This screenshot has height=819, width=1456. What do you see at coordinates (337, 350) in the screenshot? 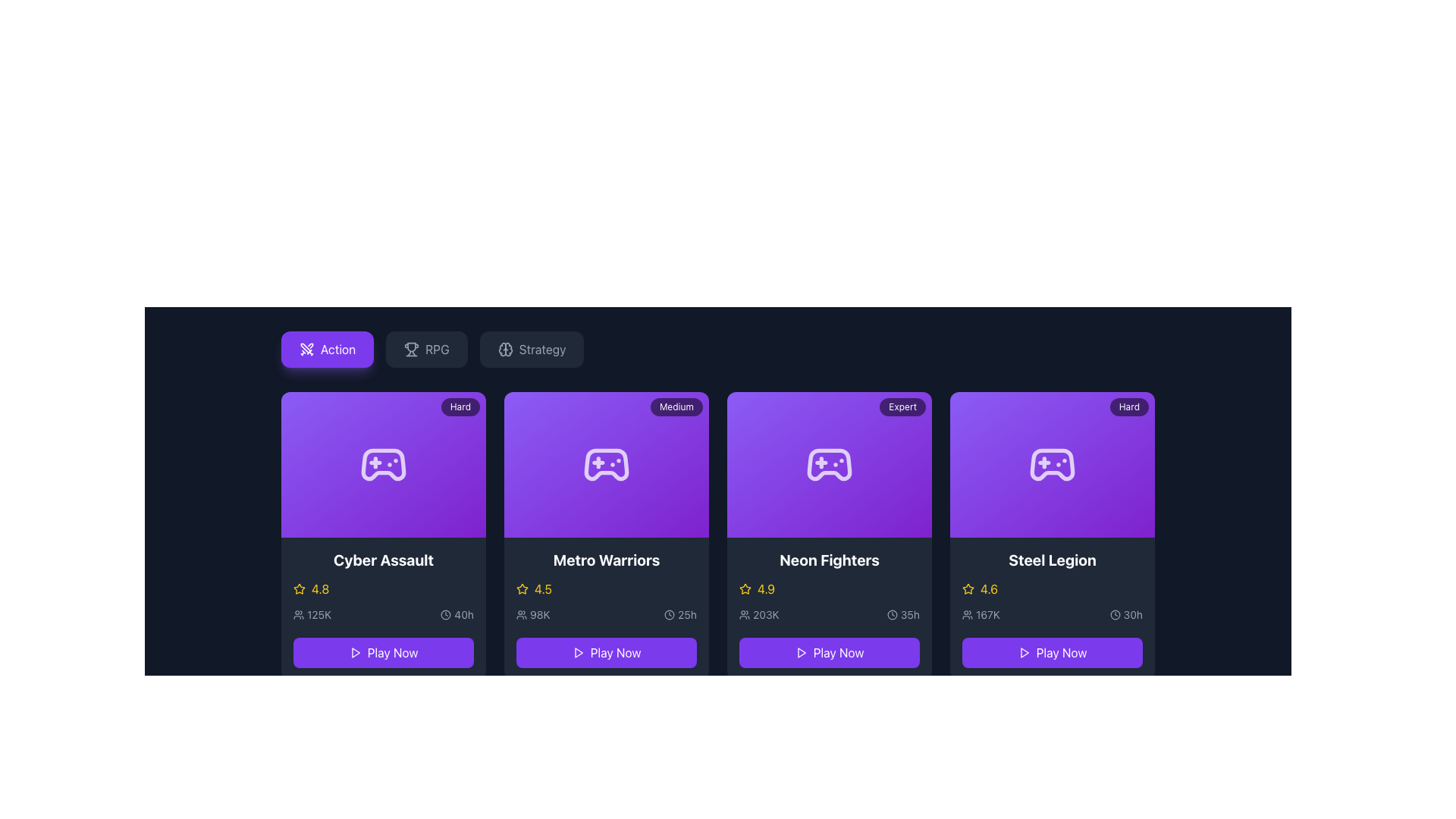
I see `the violet button that contains the text label indicating a category or tag, positioned at the center-right of the button in the top-left corner of the interface` at bounding box center [337, 350].